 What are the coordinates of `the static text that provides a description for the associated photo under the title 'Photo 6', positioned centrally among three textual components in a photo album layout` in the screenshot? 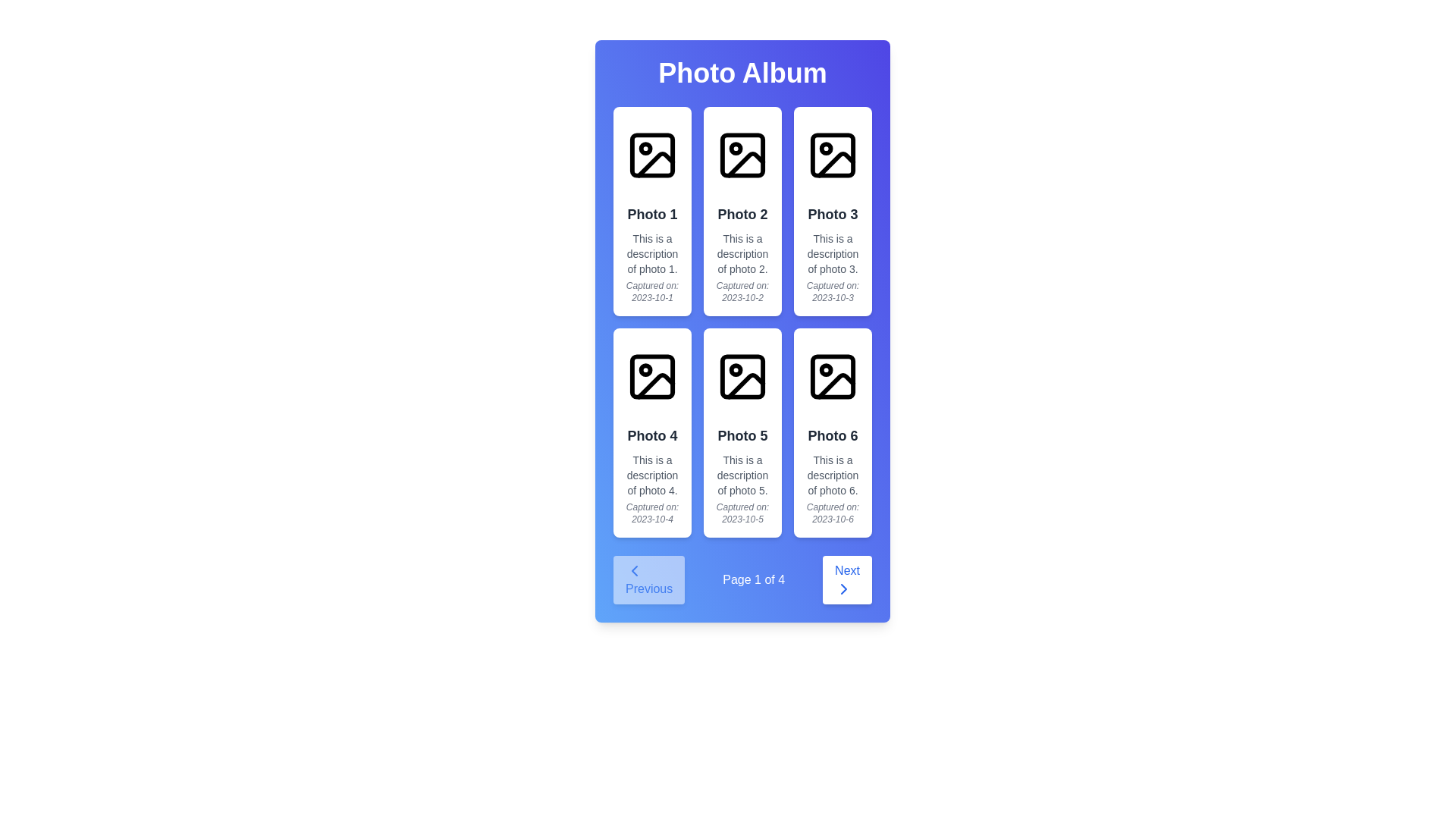 It's located at (832, 475).